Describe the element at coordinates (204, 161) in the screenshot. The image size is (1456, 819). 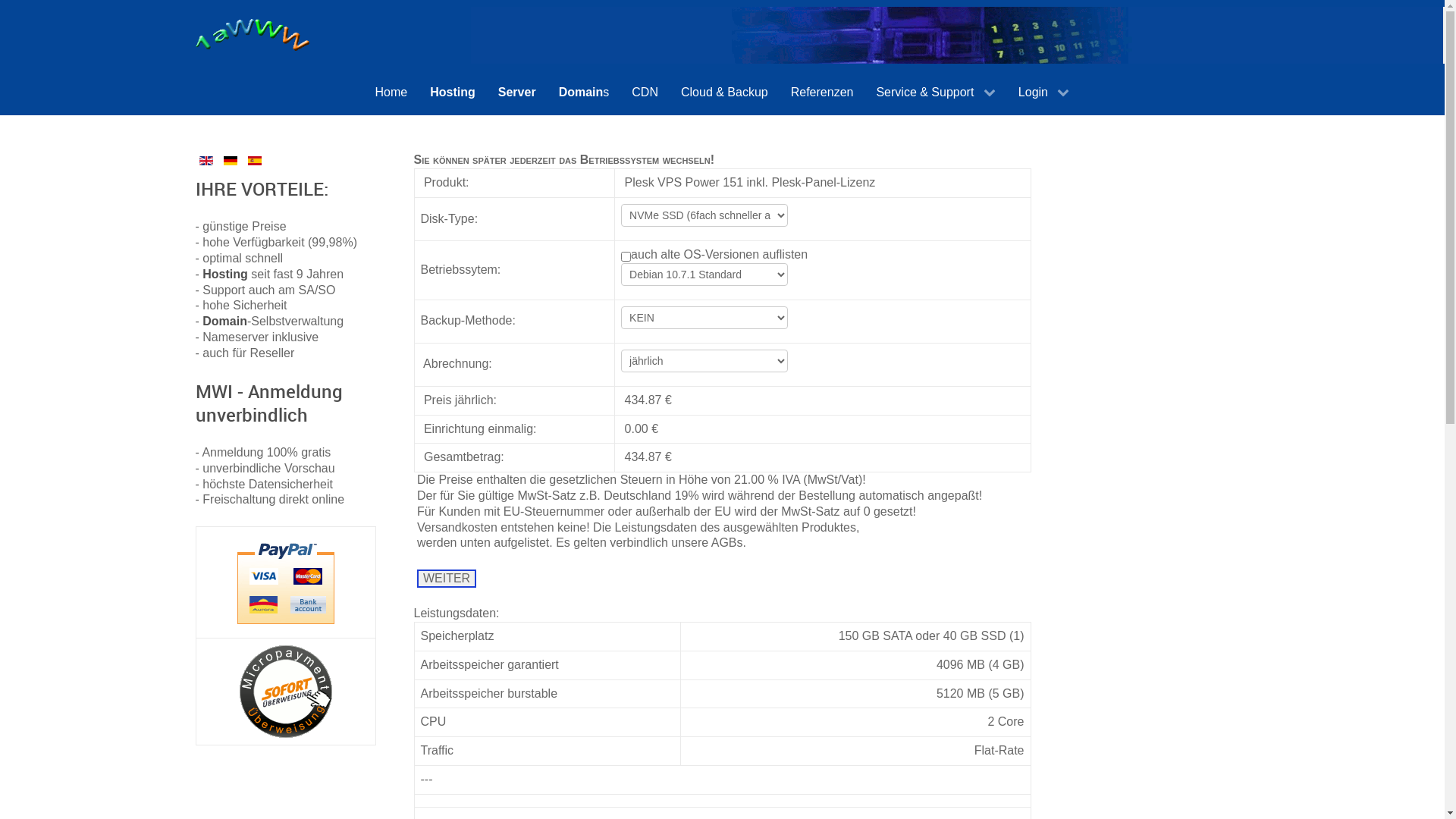
I see `'English (UK)'` at that location.